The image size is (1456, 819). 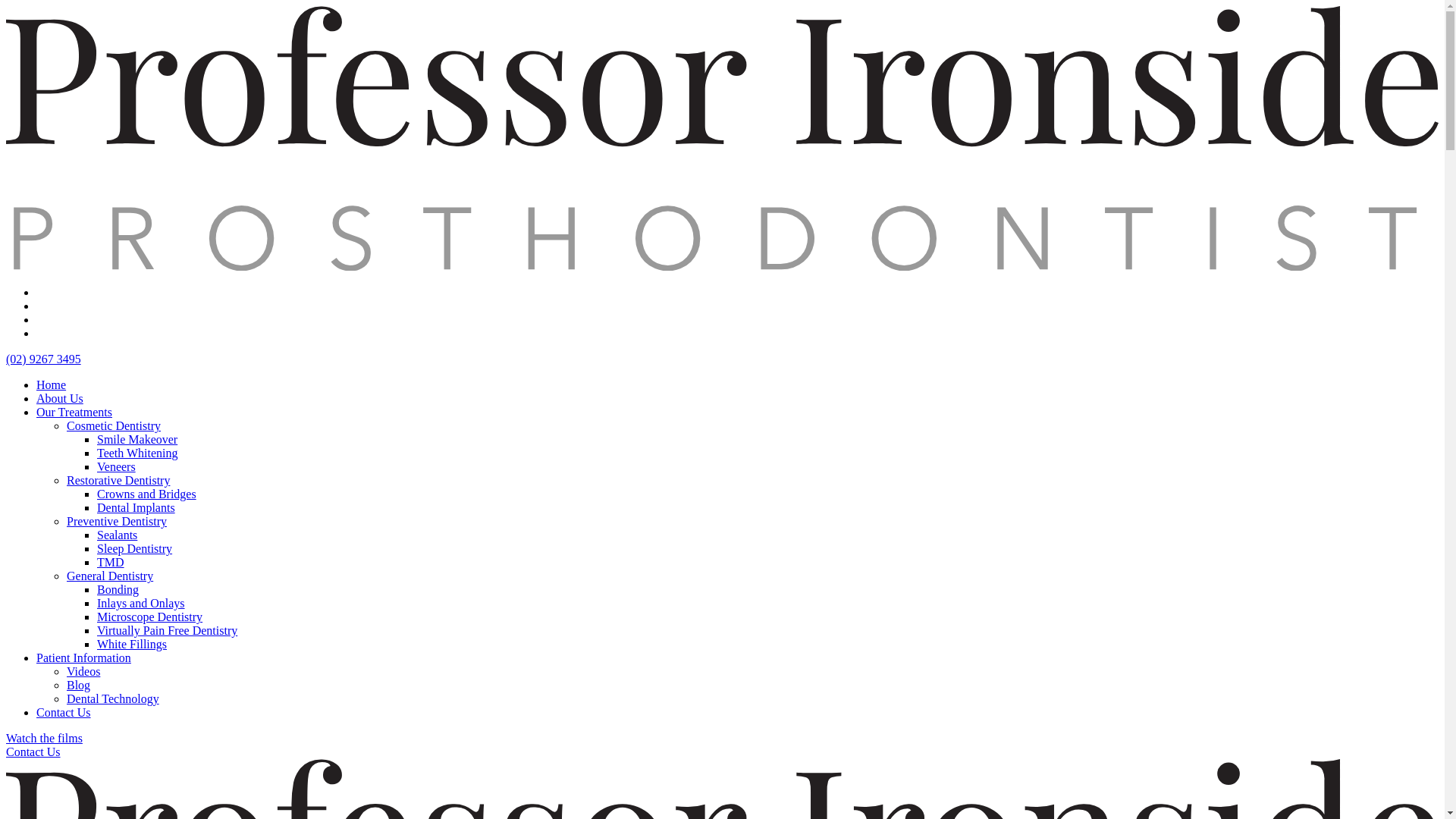 What do you see at coordinates (77, 685) in the screenshot?
I see `'Blog'` at bounding box center [77, 685].